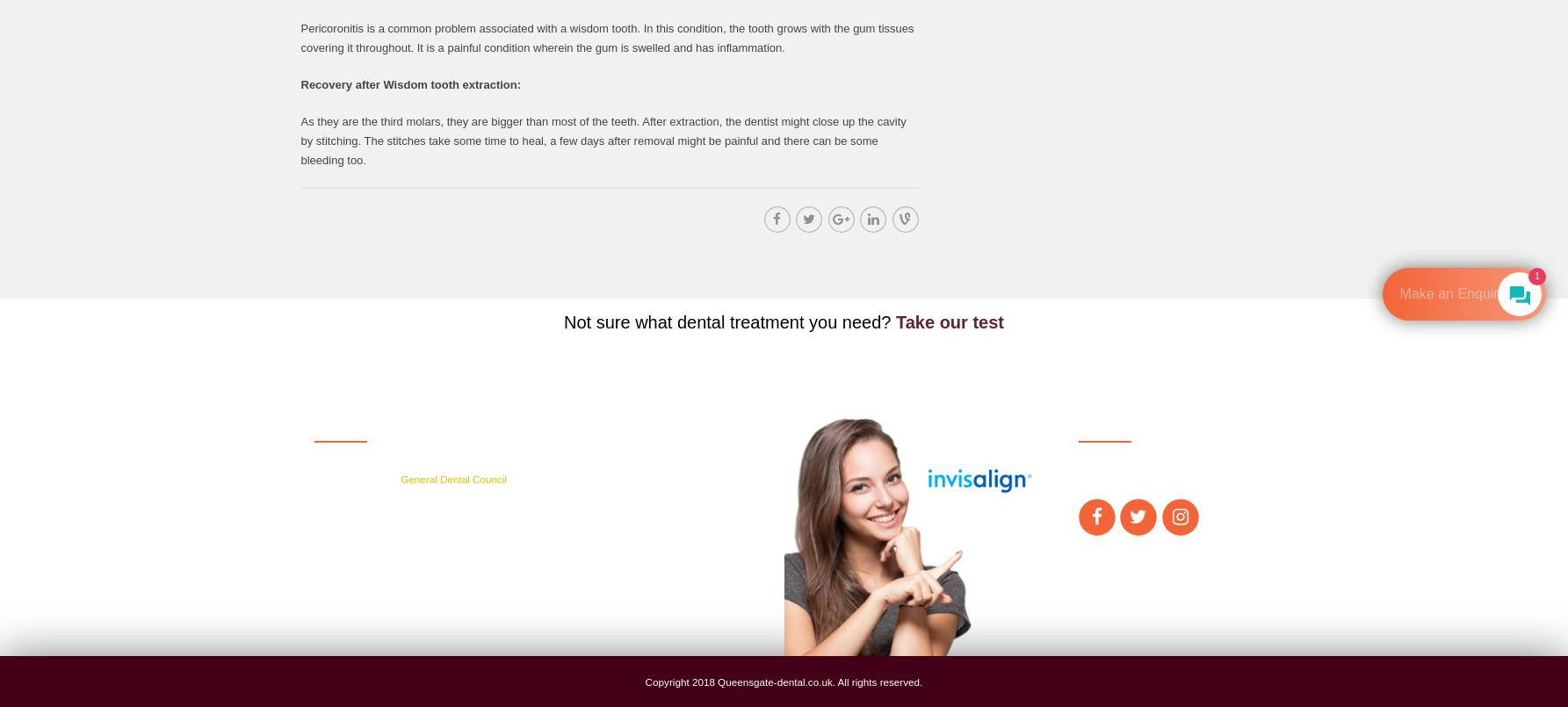 This screenshot has width=1568, height=707. I want to click on 'BY EMAIL: info@queensgate-dental.co.uk', so click(660, 565).